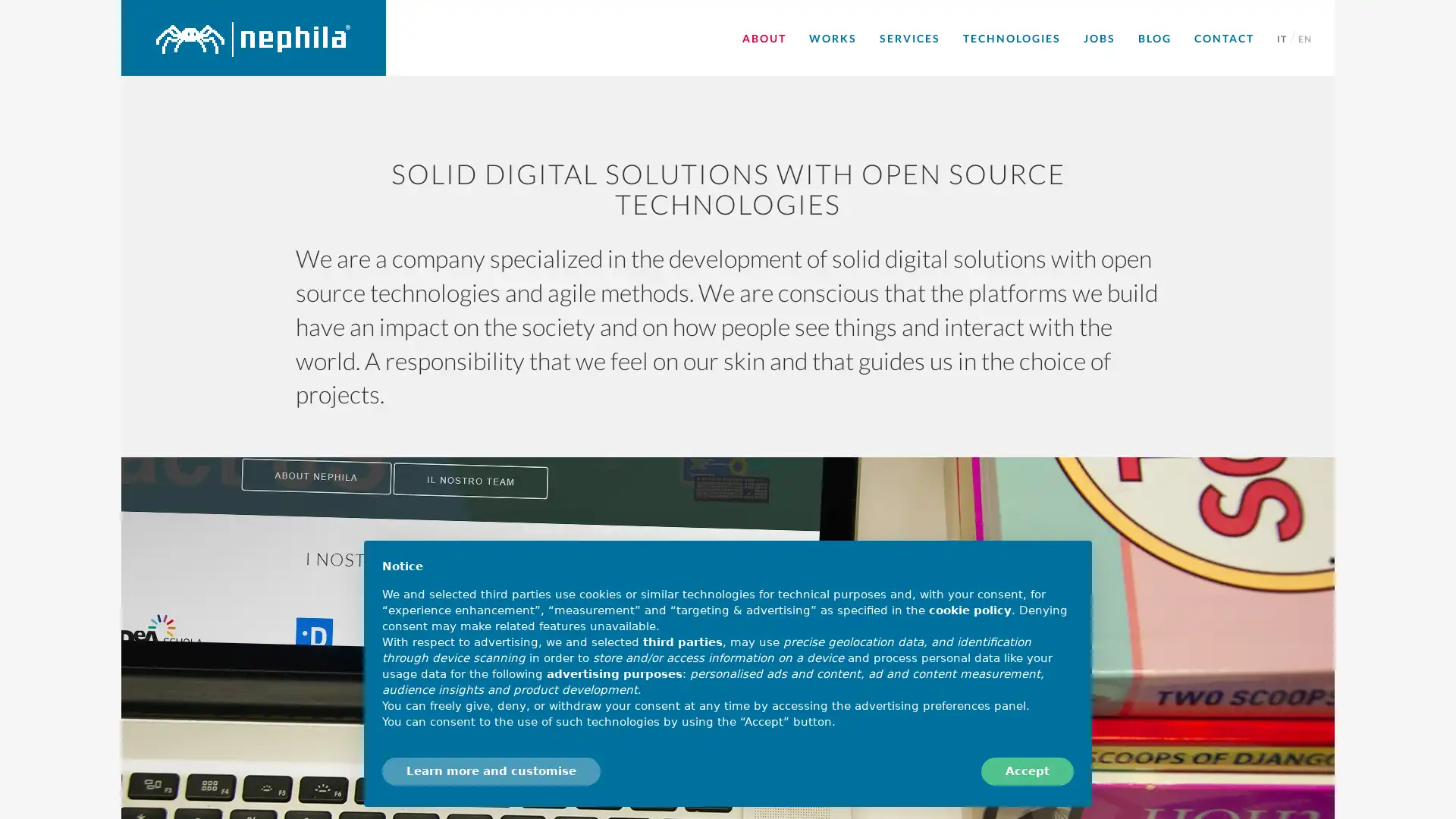 The width and height of the screenshot is (1456, 819). I want to click on Accept, so click(1027, 771).